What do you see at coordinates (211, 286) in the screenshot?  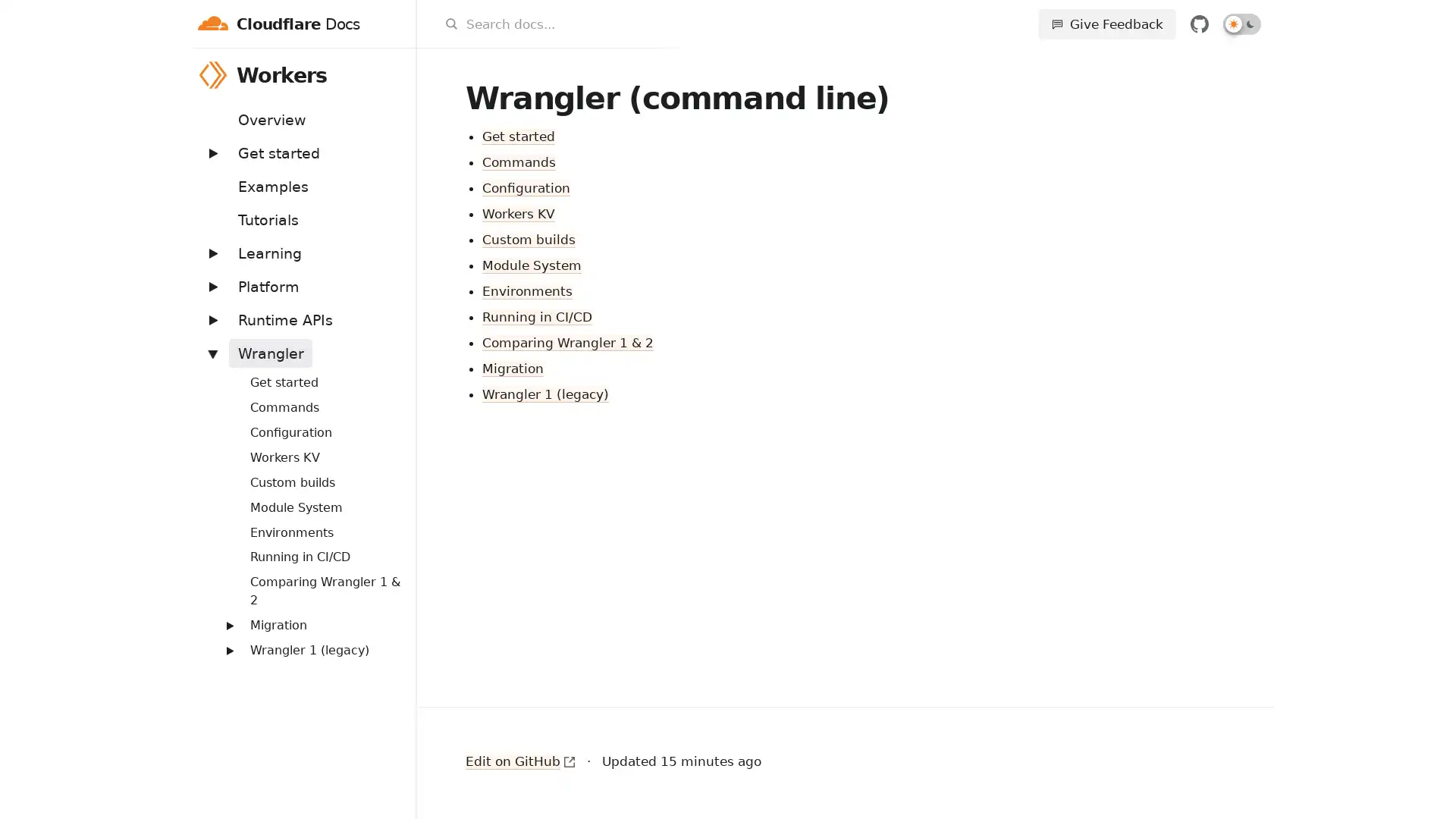 I see `Expand: Platform` at bounding box center [211, 286].